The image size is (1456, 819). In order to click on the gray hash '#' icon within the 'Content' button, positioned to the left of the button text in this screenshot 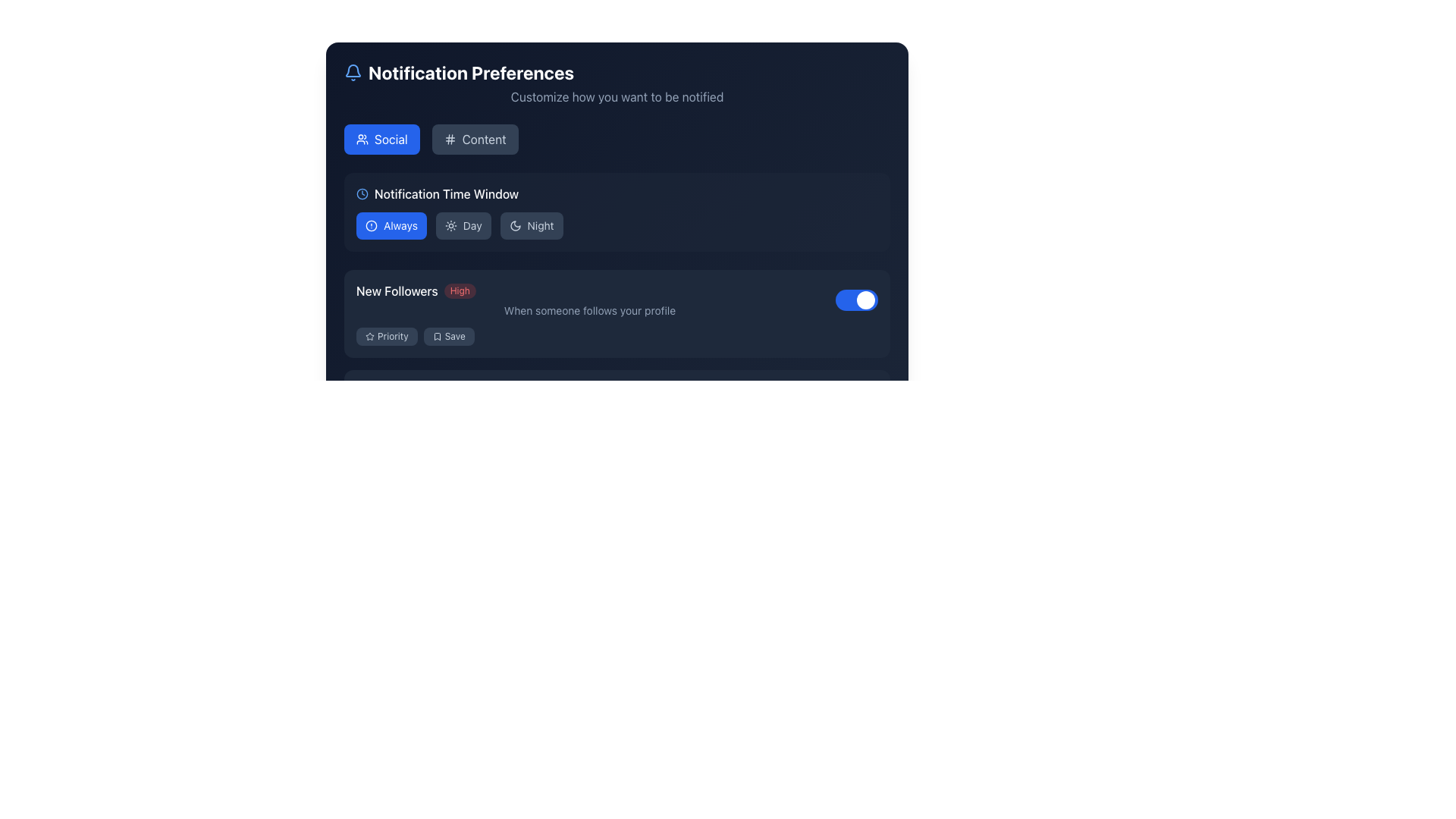, I will do `click(449, 140)`.